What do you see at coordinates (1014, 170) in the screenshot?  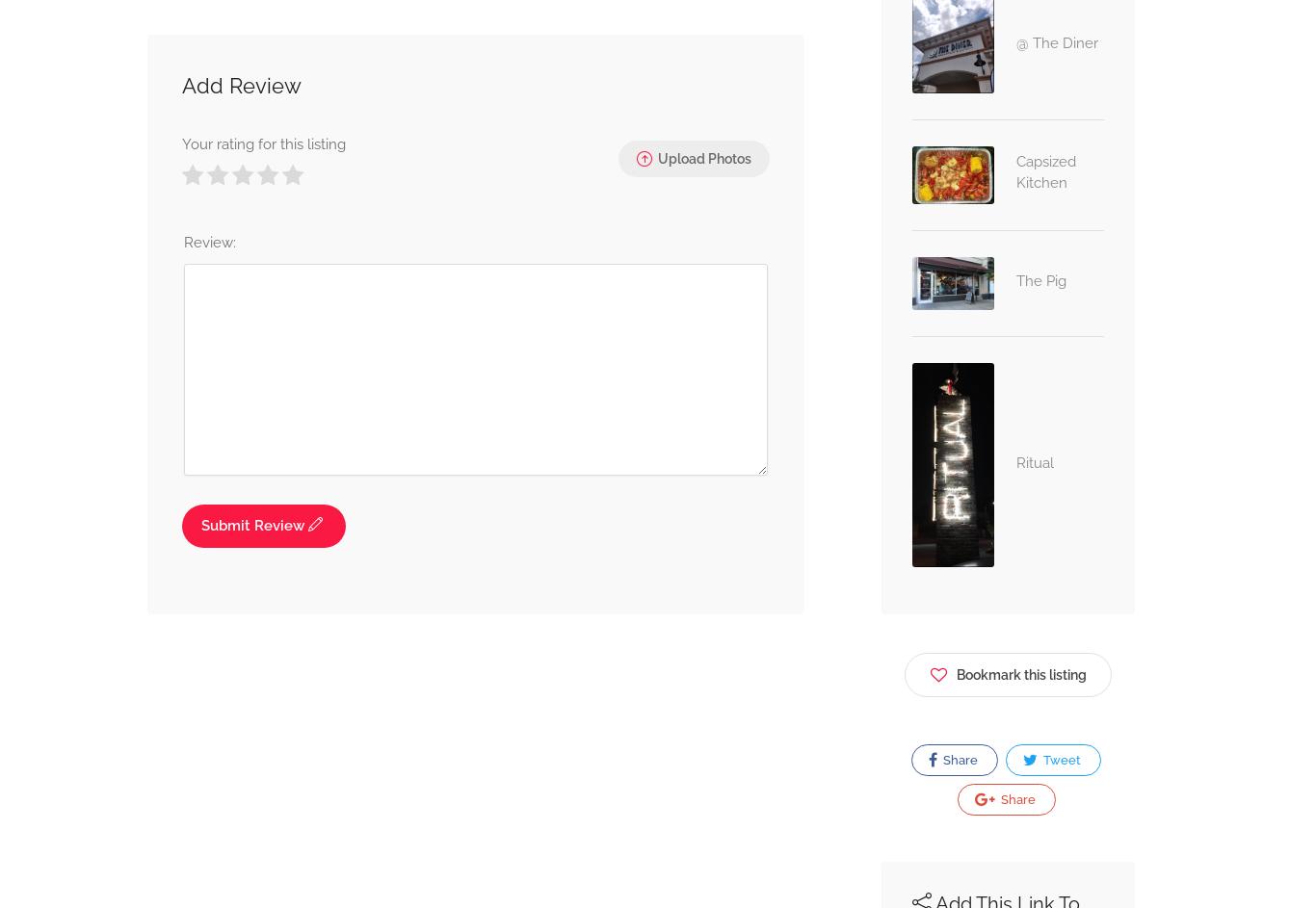 I see `'Capsized Kitchen'` at bounding box center [1014, 170].